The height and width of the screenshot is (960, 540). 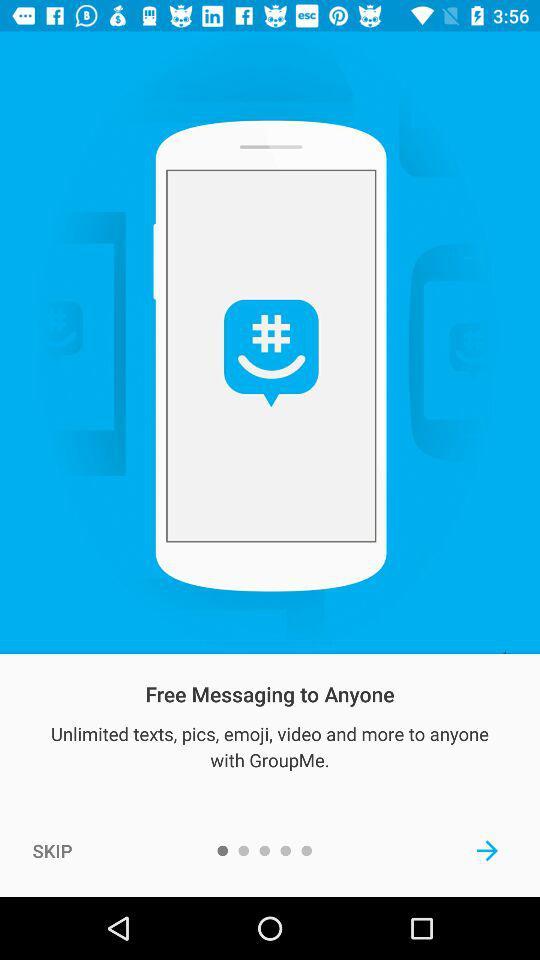 I want to click on the icon at the bottom left corner, so click(x=52, y=849).